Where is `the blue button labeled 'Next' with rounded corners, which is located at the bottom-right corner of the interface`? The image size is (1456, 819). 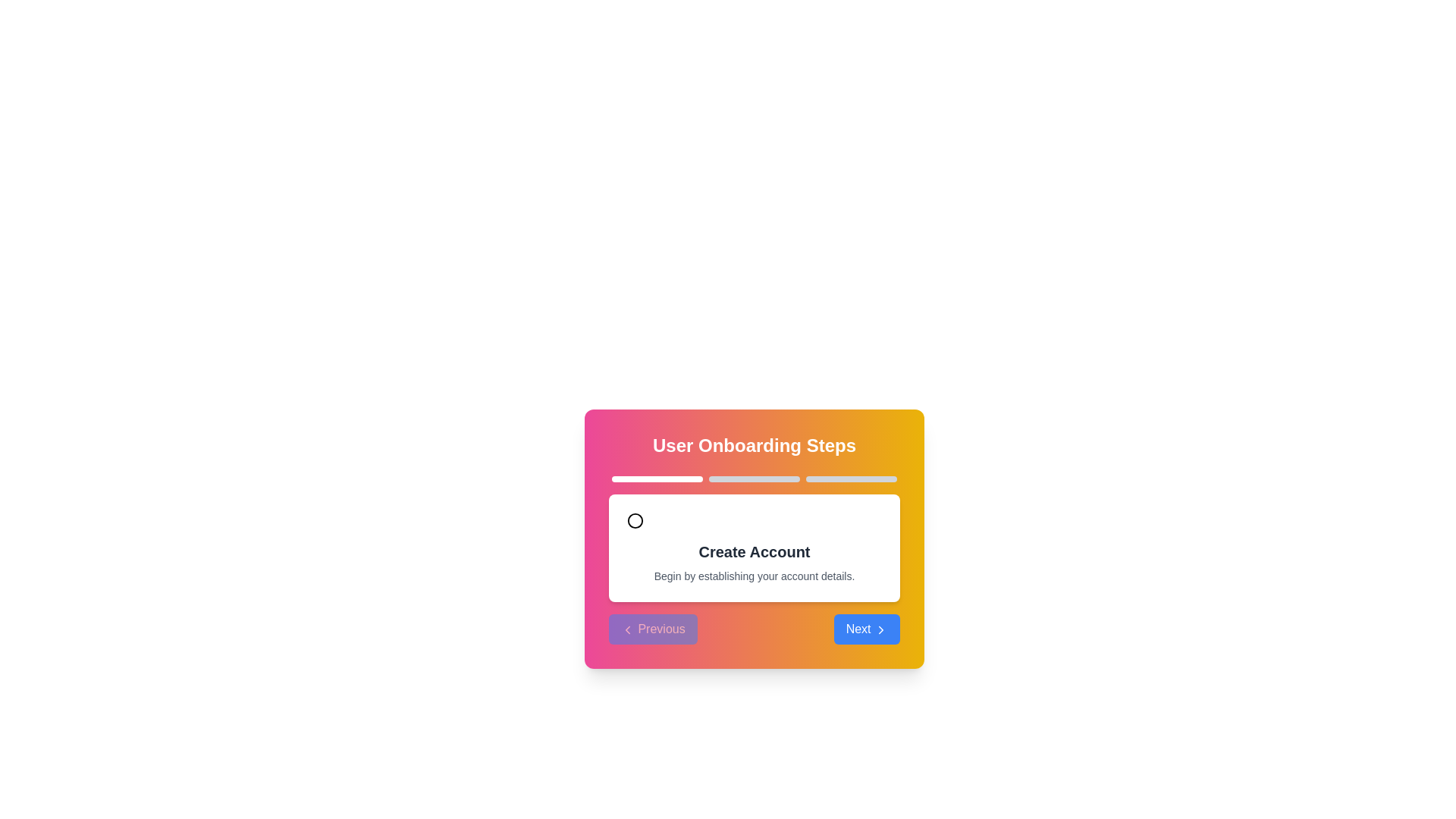 the blue button labeled 'Next' with rounded corners, which is located at the bottom-right corner of the interface is located at coordinates (867, 629).